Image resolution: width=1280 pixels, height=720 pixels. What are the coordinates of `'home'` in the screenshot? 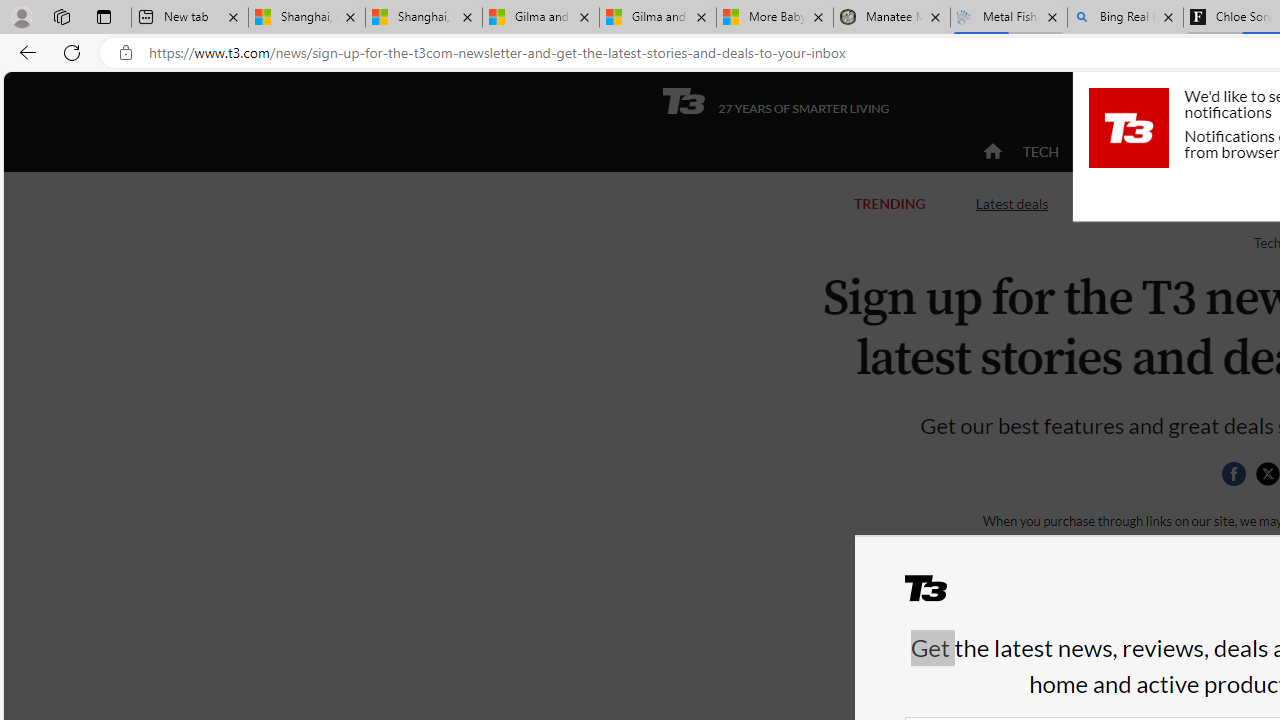 It's located at (992, 152).